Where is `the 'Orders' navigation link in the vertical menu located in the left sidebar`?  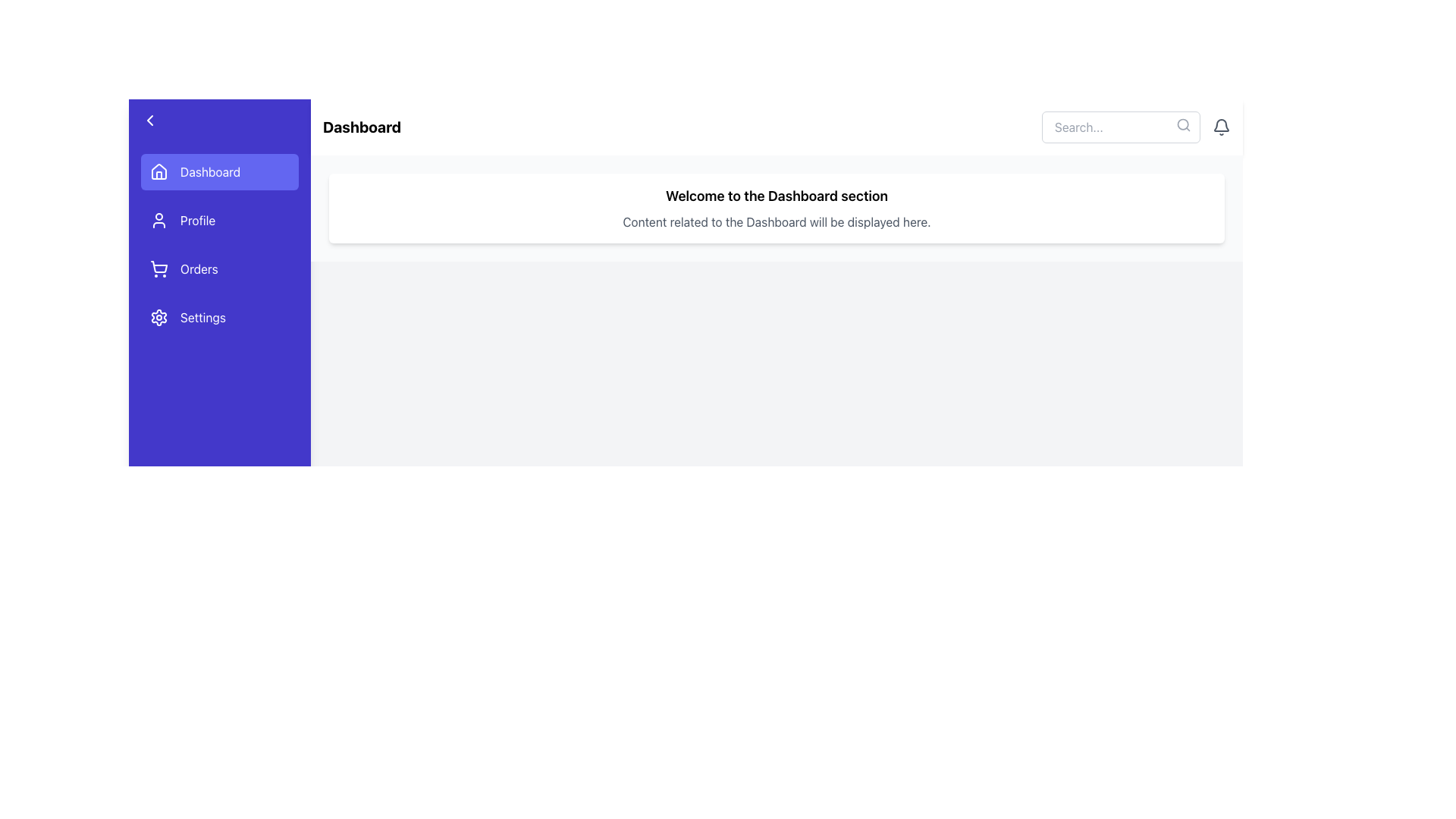
the 'Orders' navigation link in the vertical menu located in the left sidebar is located at coordinates (218, 244).